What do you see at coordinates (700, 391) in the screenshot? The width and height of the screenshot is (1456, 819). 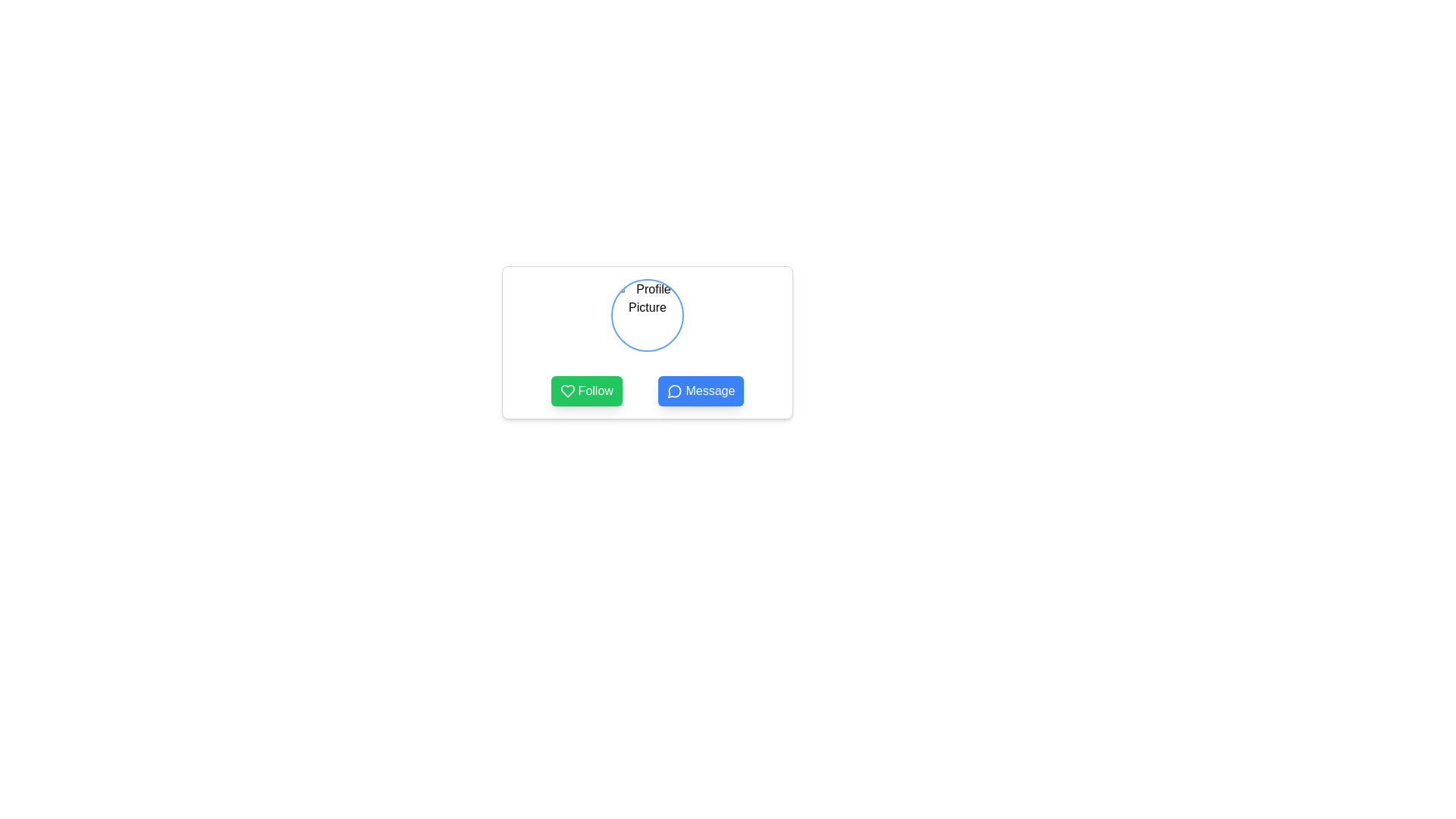 I see `the messaging button located to the right of the green 'Follow' button in the button group below the circular profile picture` at bounding box center [700, 391].